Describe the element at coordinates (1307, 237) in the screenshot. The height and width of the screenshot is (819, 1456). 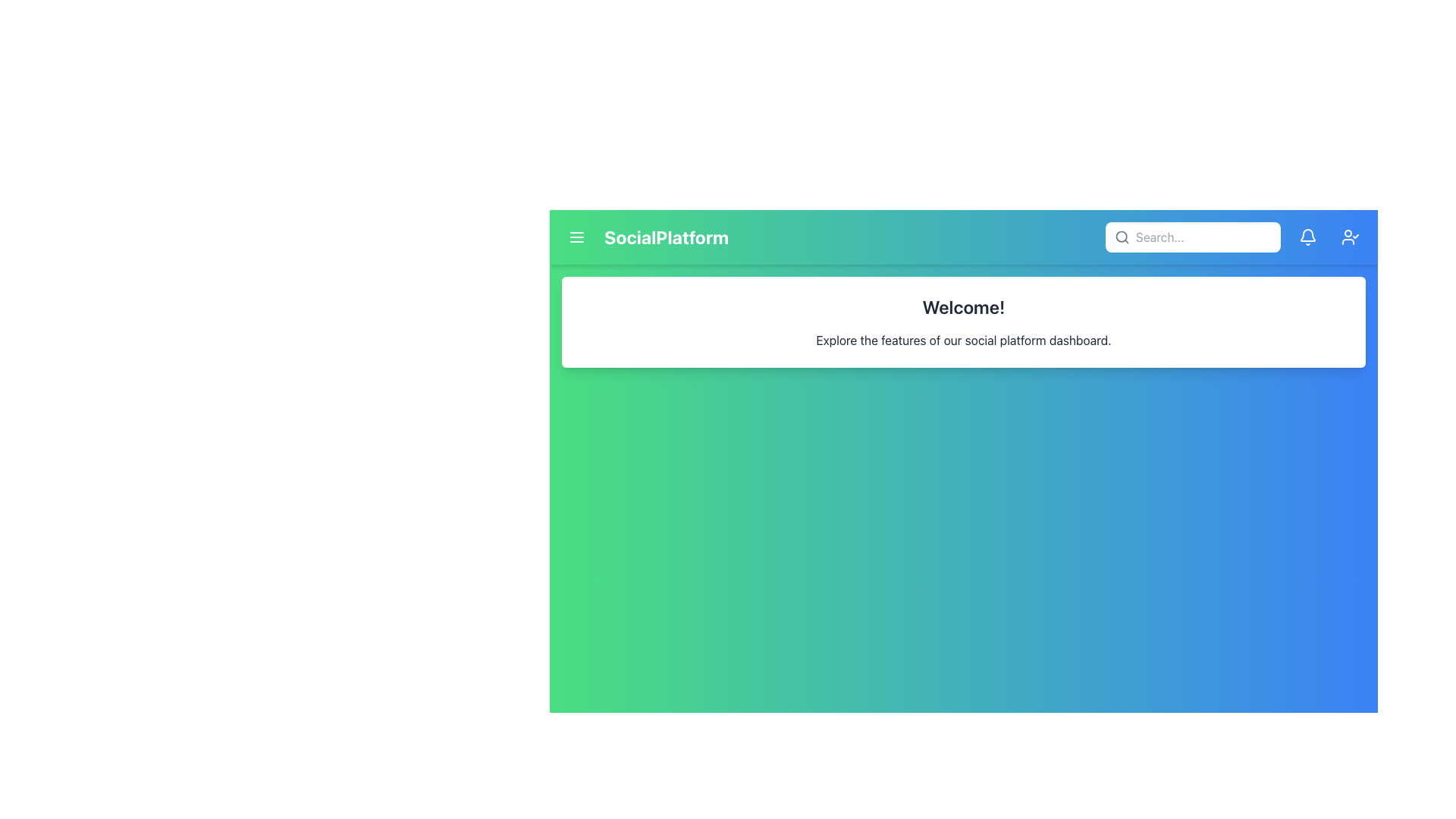
I see `the notifications icon button located in the top-right corner of the viewport, between the search input field and the user profile icon` at that location.